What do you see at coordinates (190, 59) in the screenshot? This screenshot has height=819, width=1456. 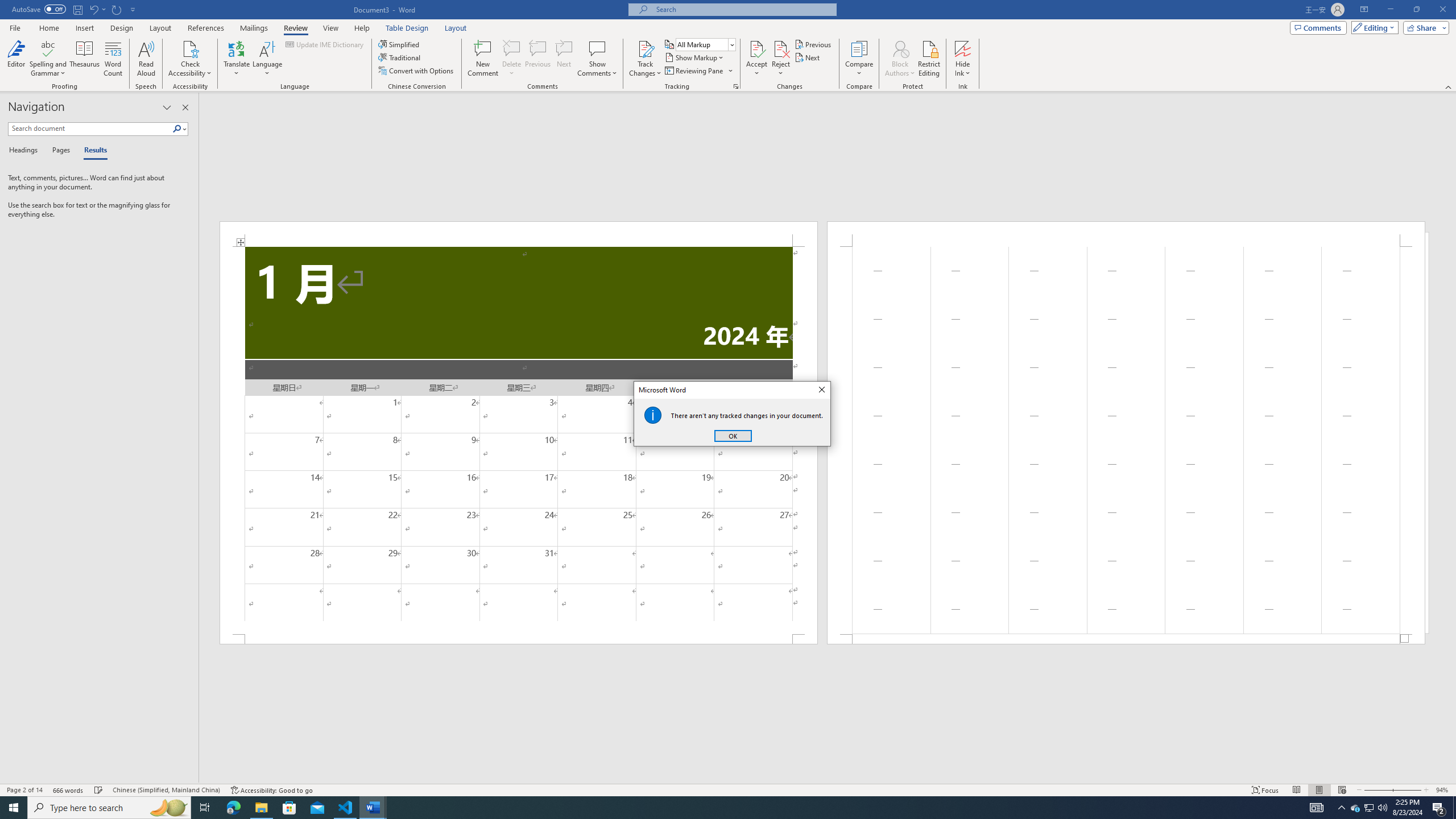 I see `'Check Accessibility'` at bounding box center [190, 59].